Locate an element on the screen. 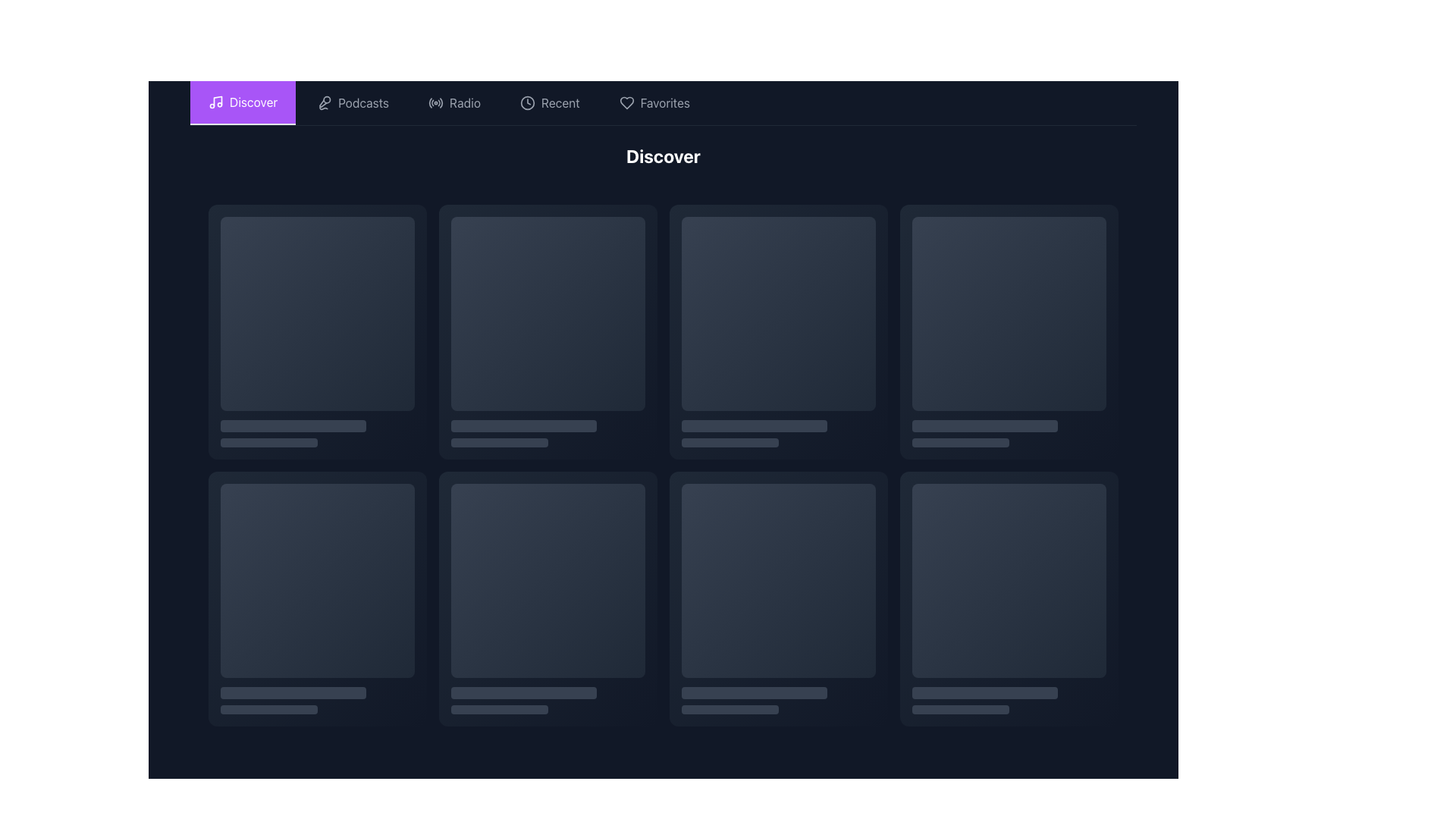 This screenshot has height=819, width=1456. the heart-shaped outline icon located near the Favorites text in the navigation bar is located at coordinates (626, 102).